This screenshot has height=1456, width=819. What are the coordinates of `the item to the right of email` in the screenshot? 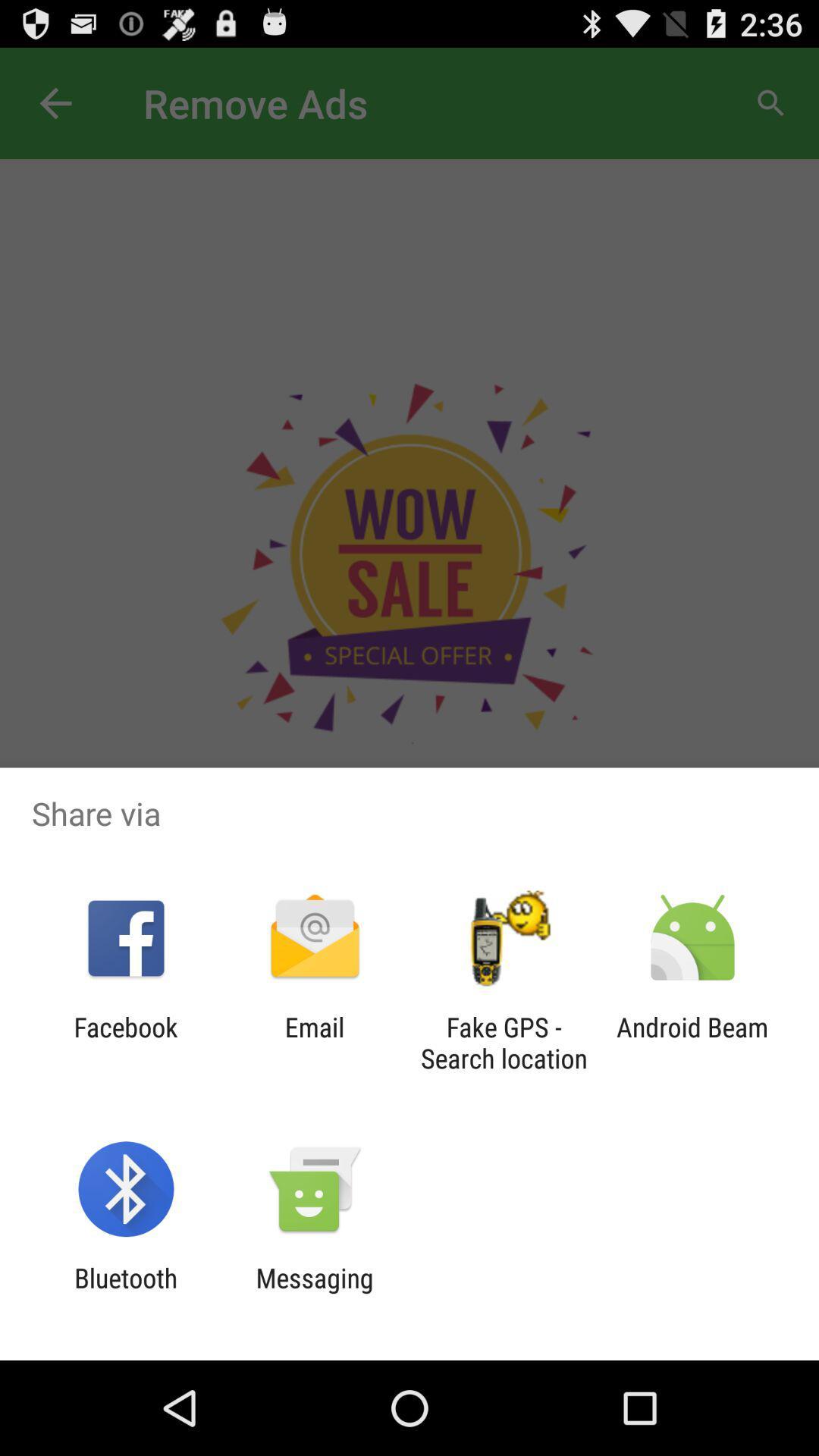 It's located at (504, 1042).